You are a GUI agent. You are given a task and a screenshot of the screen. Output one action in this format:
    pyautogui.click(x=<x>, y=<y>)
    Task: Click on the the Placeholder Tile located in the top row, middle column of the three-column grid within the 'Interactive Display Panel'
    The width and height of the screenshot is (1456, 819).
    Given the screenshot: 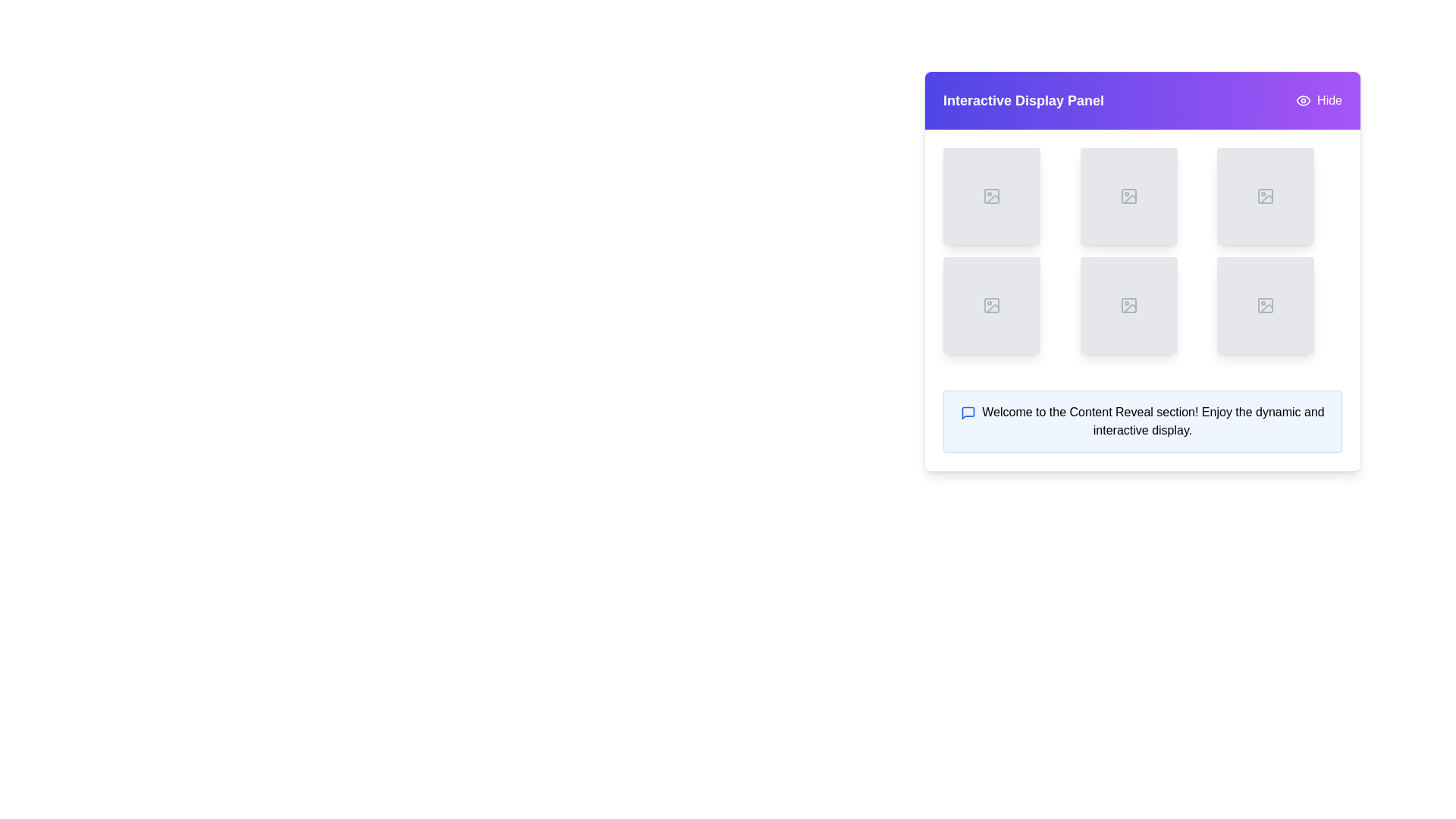 What is the action you would take?
    pyautogui.click(x=1128, y=195)
    